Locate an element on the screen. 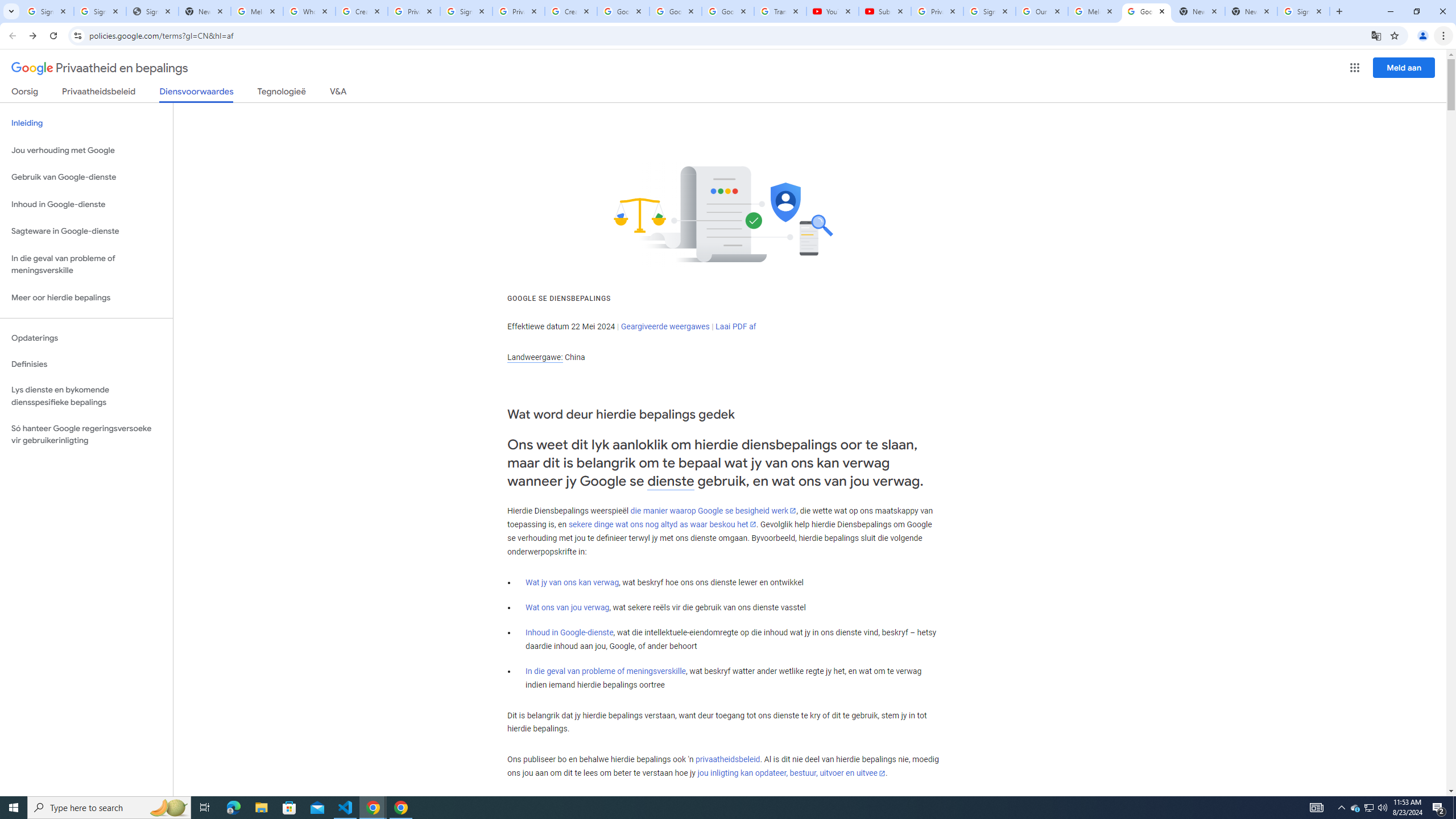 The width and height of the screenshot is (1456, 819). 'V&A' is located at coordinates (337, 93).